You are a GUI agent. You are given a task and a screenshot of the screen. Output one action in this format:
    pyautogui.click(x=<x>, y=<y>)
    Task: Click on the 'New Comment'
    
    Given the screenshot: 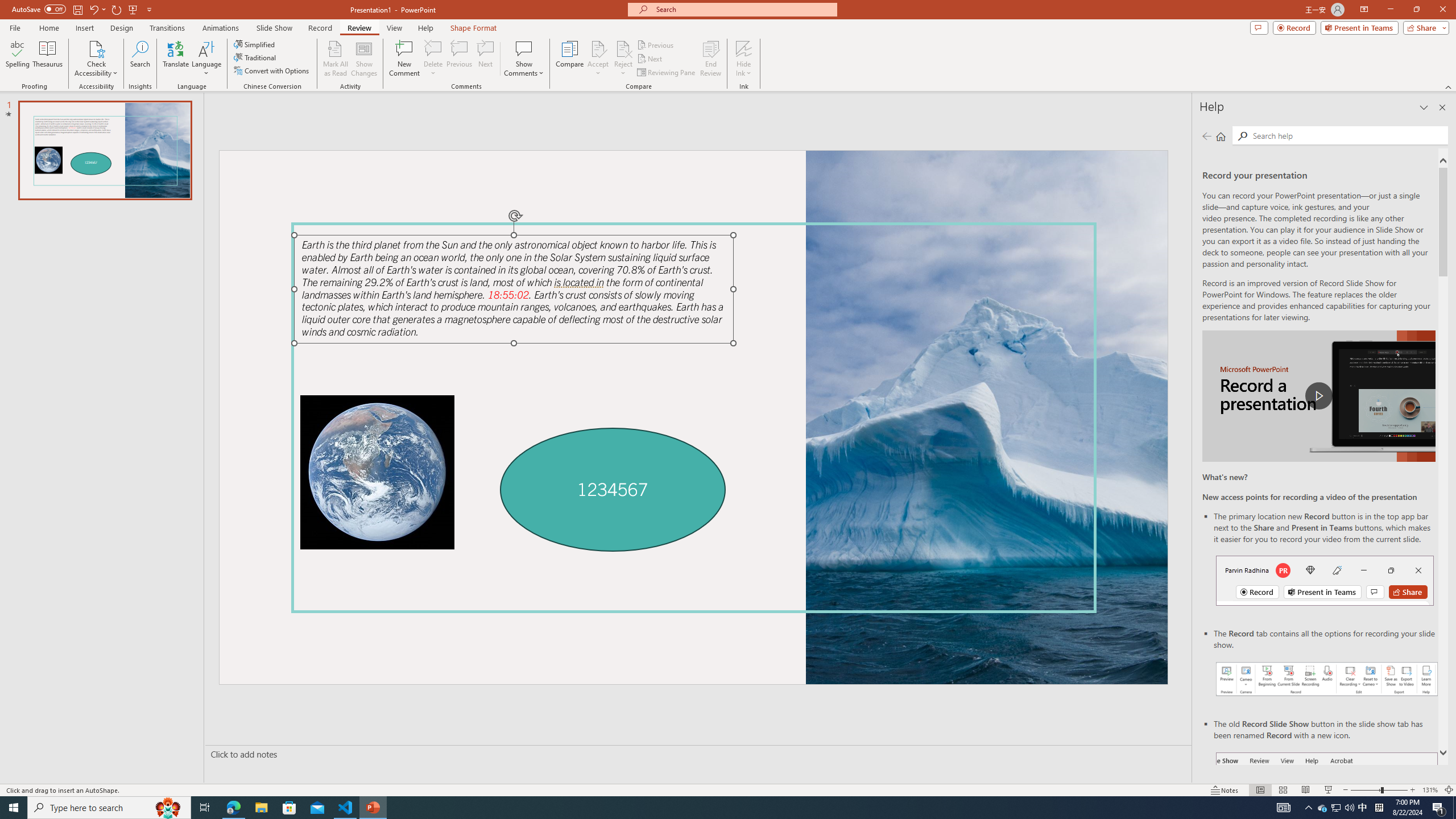 What is the action you would take?
    pyautogui.click(x=403, y=59)
    